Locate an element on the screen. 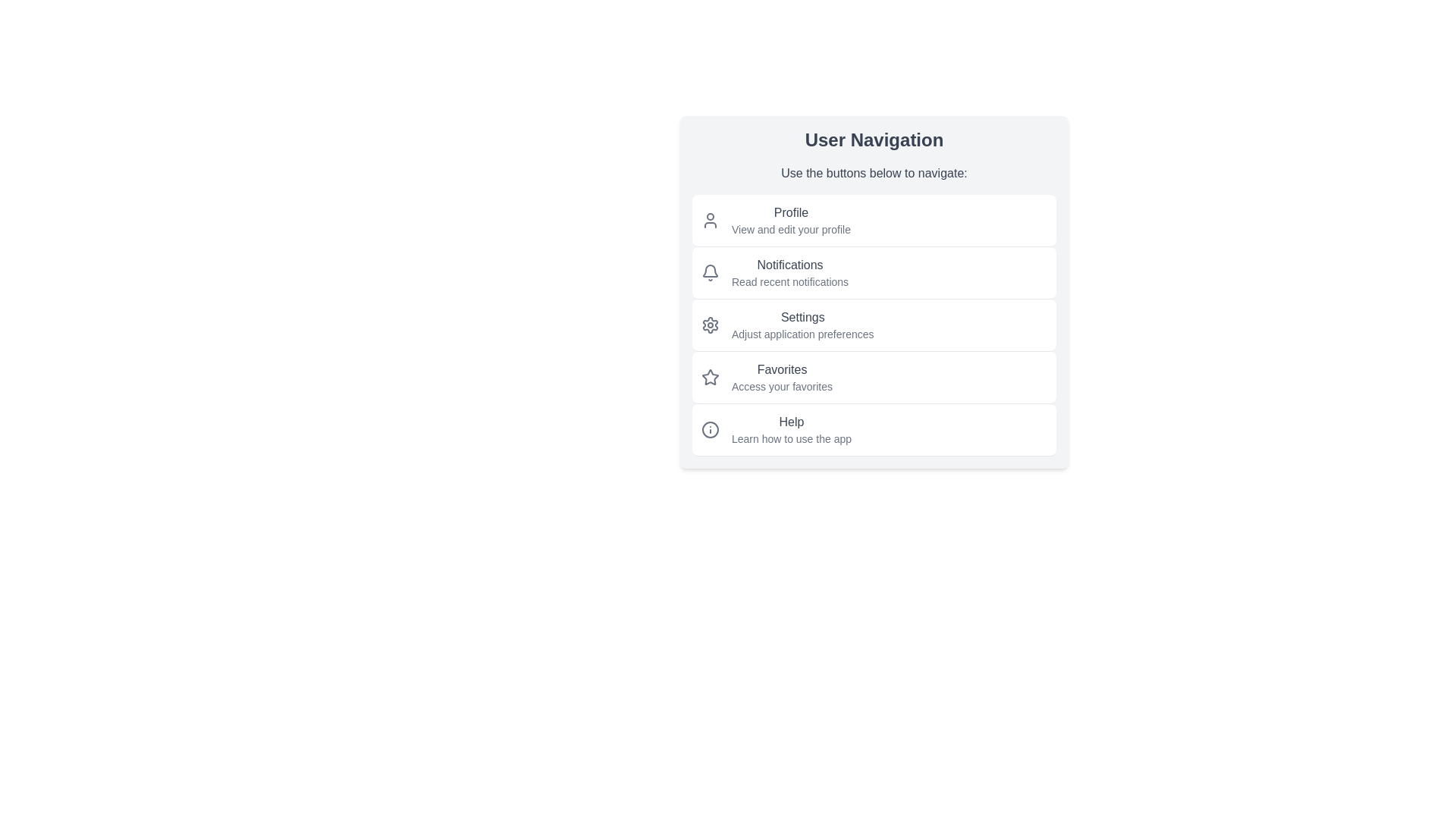 This screenshot has height=819, width=1456. the menu item corresponding to Notifications to navigate to the desired section is located at coordinates (874, 271).